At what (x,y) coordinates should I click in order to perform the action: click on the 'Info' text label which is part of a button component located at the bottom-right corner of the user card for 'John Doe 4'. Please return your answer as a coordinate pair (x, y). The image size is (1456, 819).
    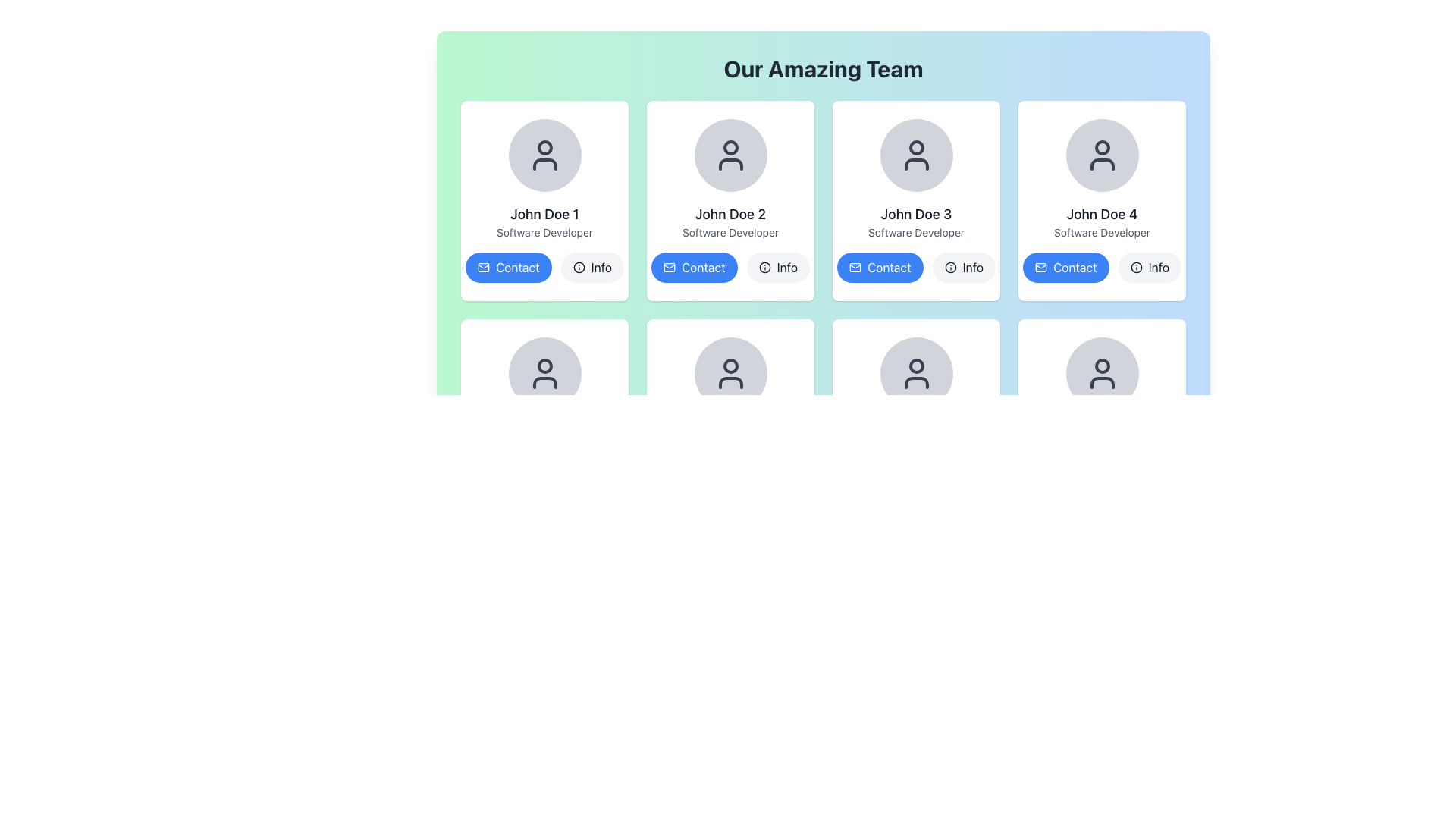
    Looking at the image, I should click on (1158, 267).